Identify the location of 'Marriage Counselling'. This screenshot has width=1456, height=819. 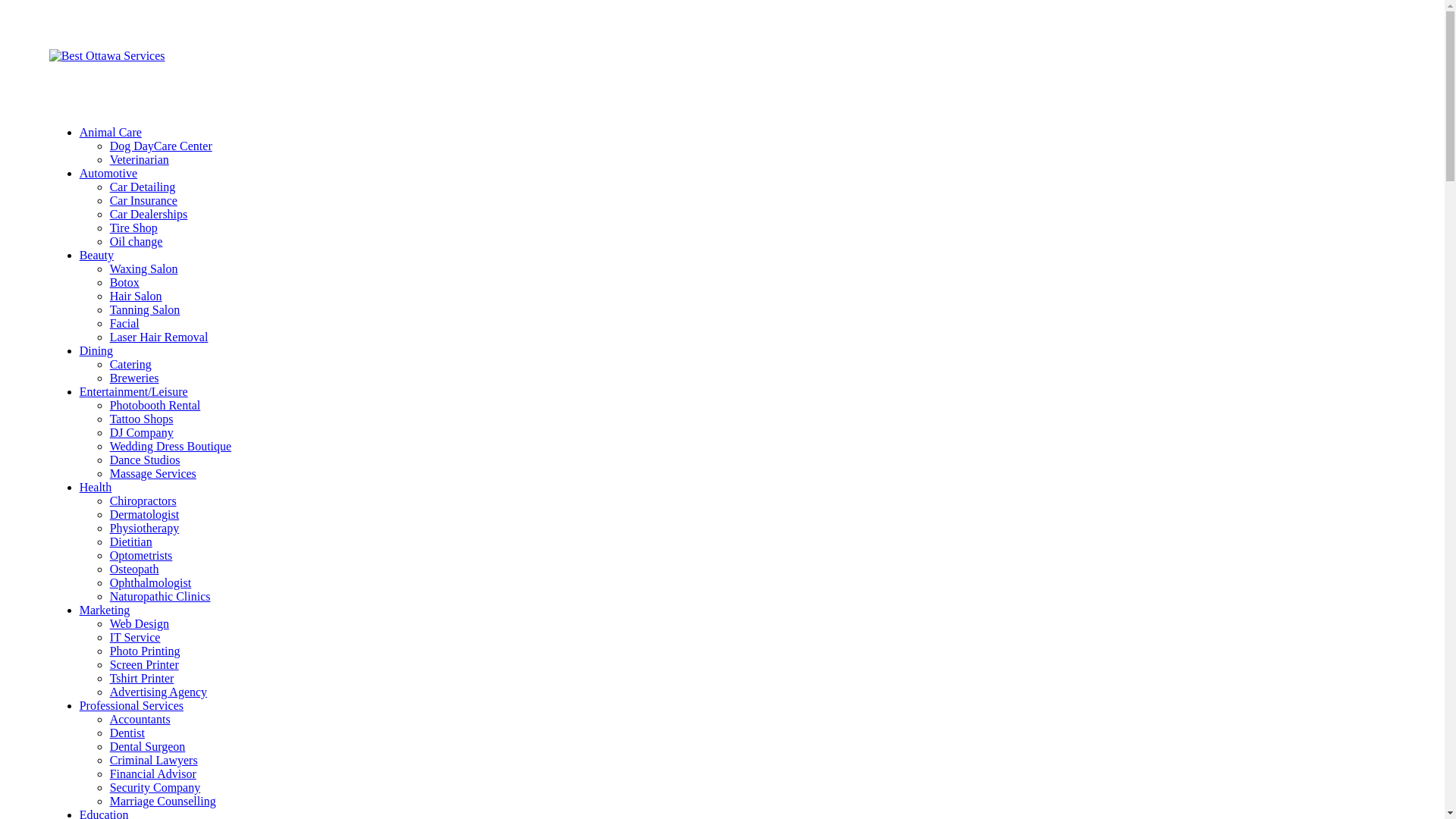
(163, 800).